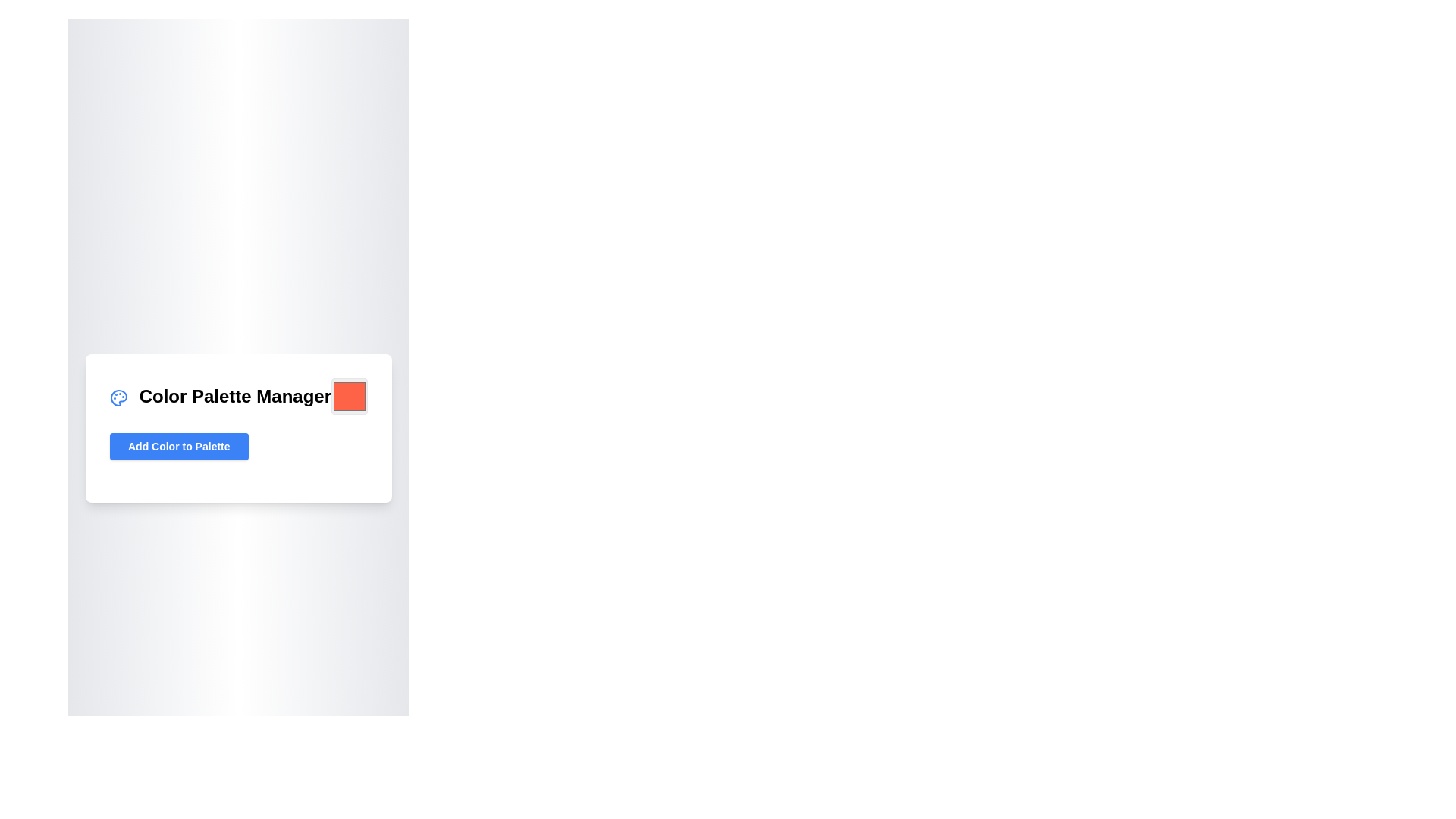 The image size is (1456, 819). What do you see at coordinates (118, 397) in the screenshot?
I see `the SVG graphic icon resembling a palette, styled with a blue tint, located at the top-left corner of the 'Color Palette Manager' card` at bounding box center [118, 397].